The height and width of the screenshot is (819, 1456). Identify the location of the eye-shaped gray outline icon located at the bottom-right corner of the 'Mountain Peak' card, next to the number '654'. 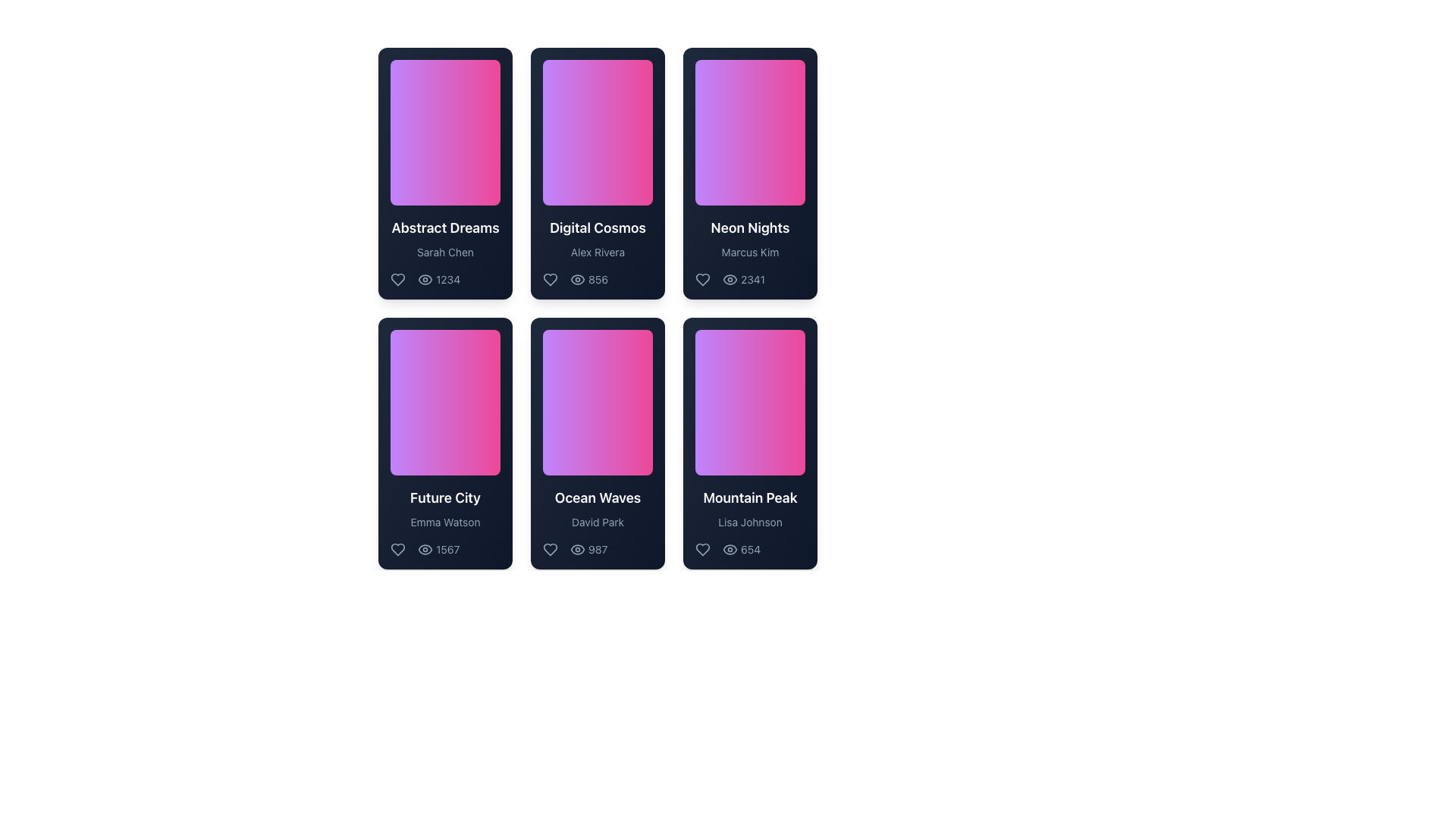
(730, 550).